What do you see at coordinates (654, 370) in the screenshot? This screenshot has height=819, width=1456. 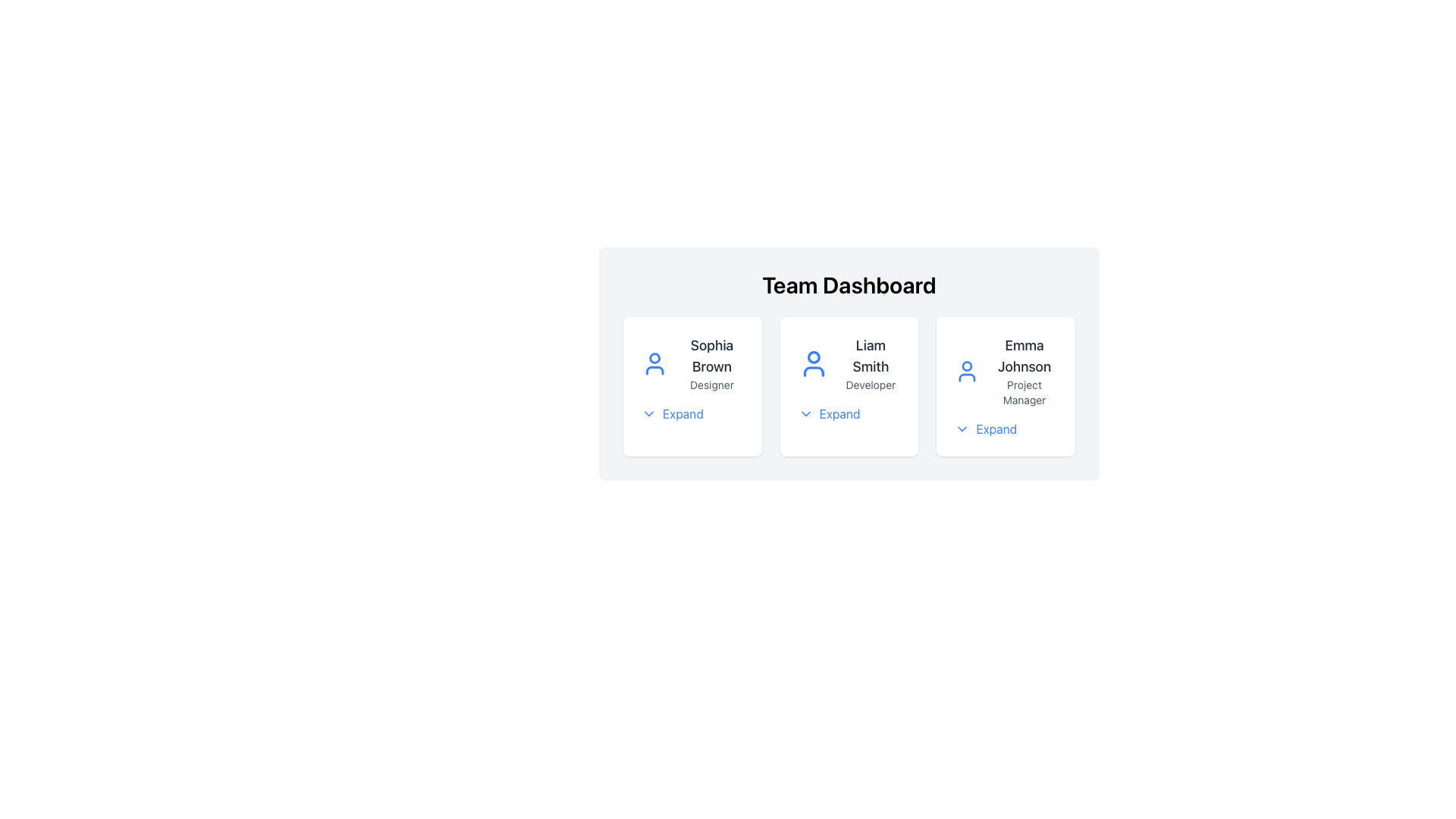 I see `the semi-circle arc shape located at the bottom of the user profile icon for Sophia Brown` at bounding box center [654, 370].